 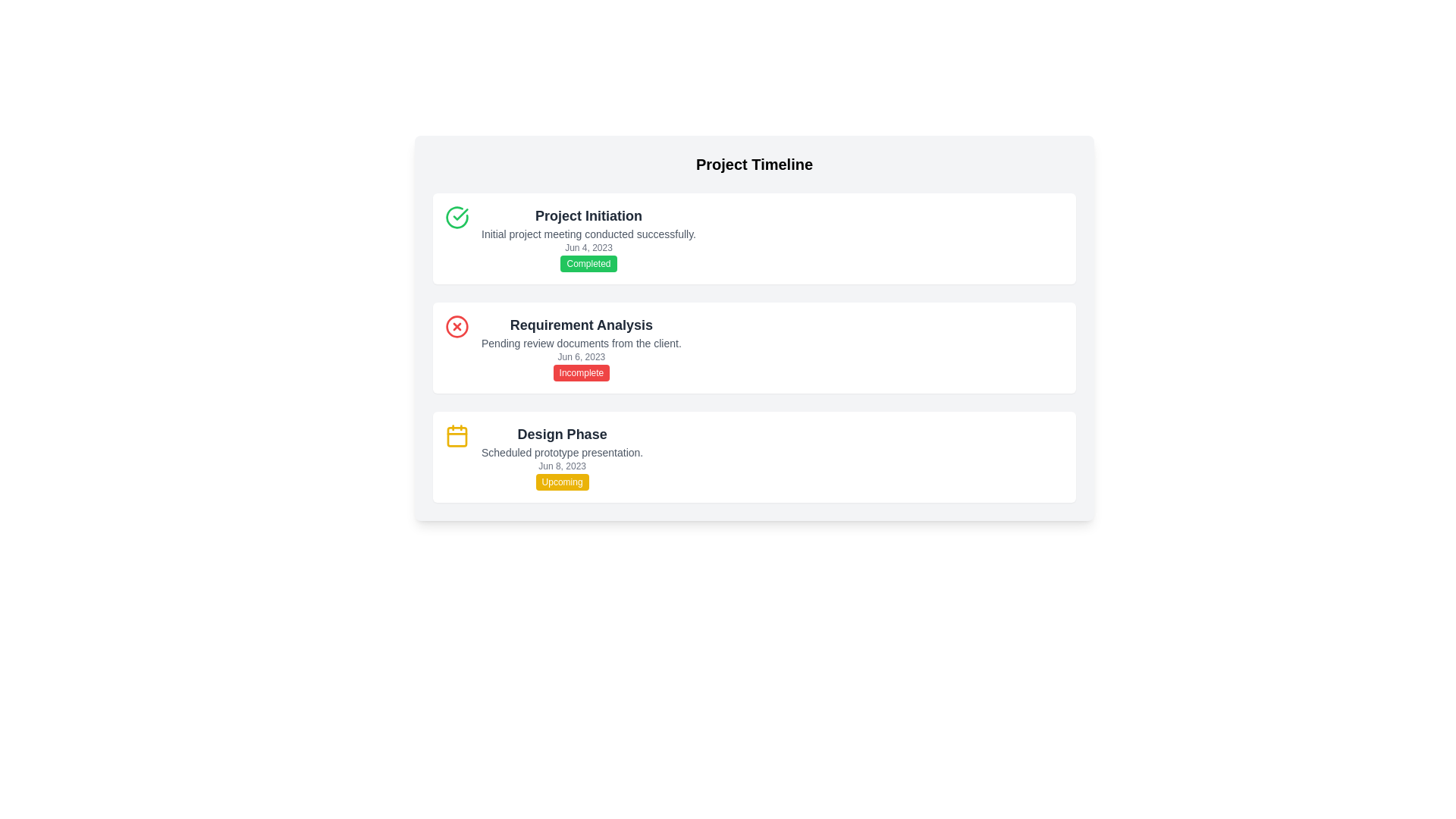 What do you see at coordinates (457, 217) in the screenshot?
I see `the completion status icon located to the left of the header text 'Project Initiation' within the 'Project Initiation' card` at bounding box center [457, 217].